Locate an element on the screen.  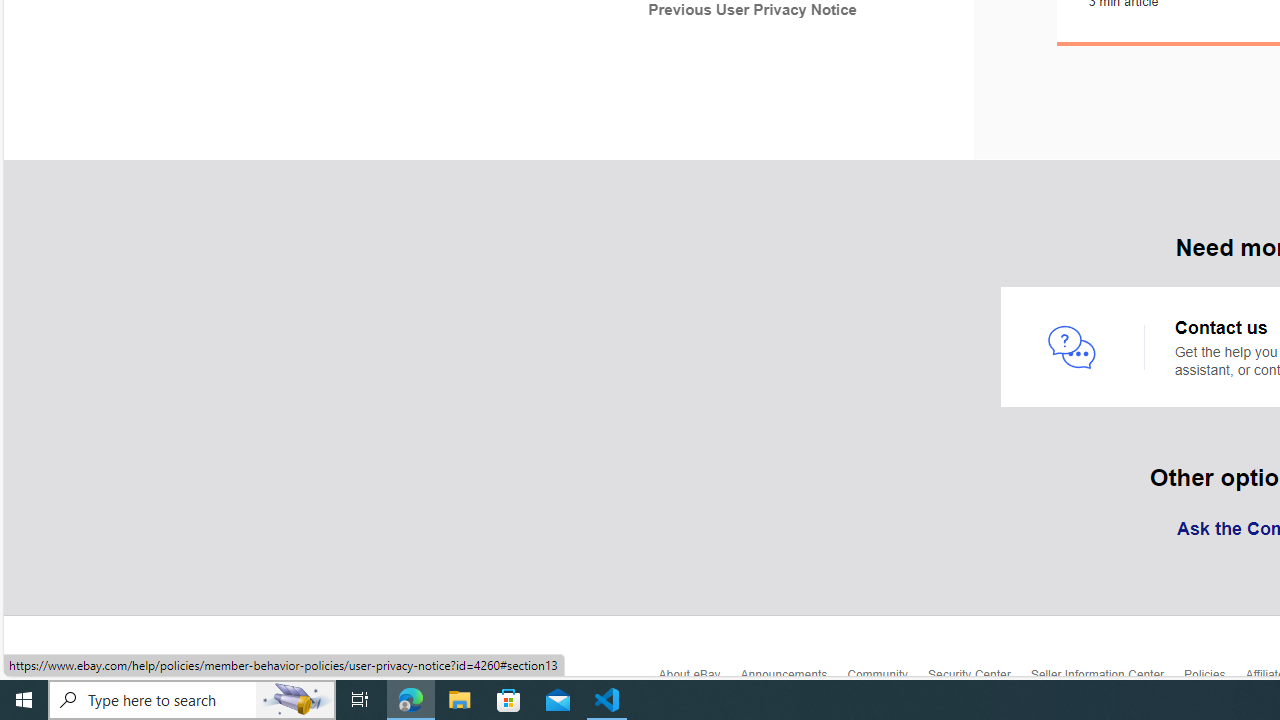
'Announcements' is located at coordinates (792, 679).